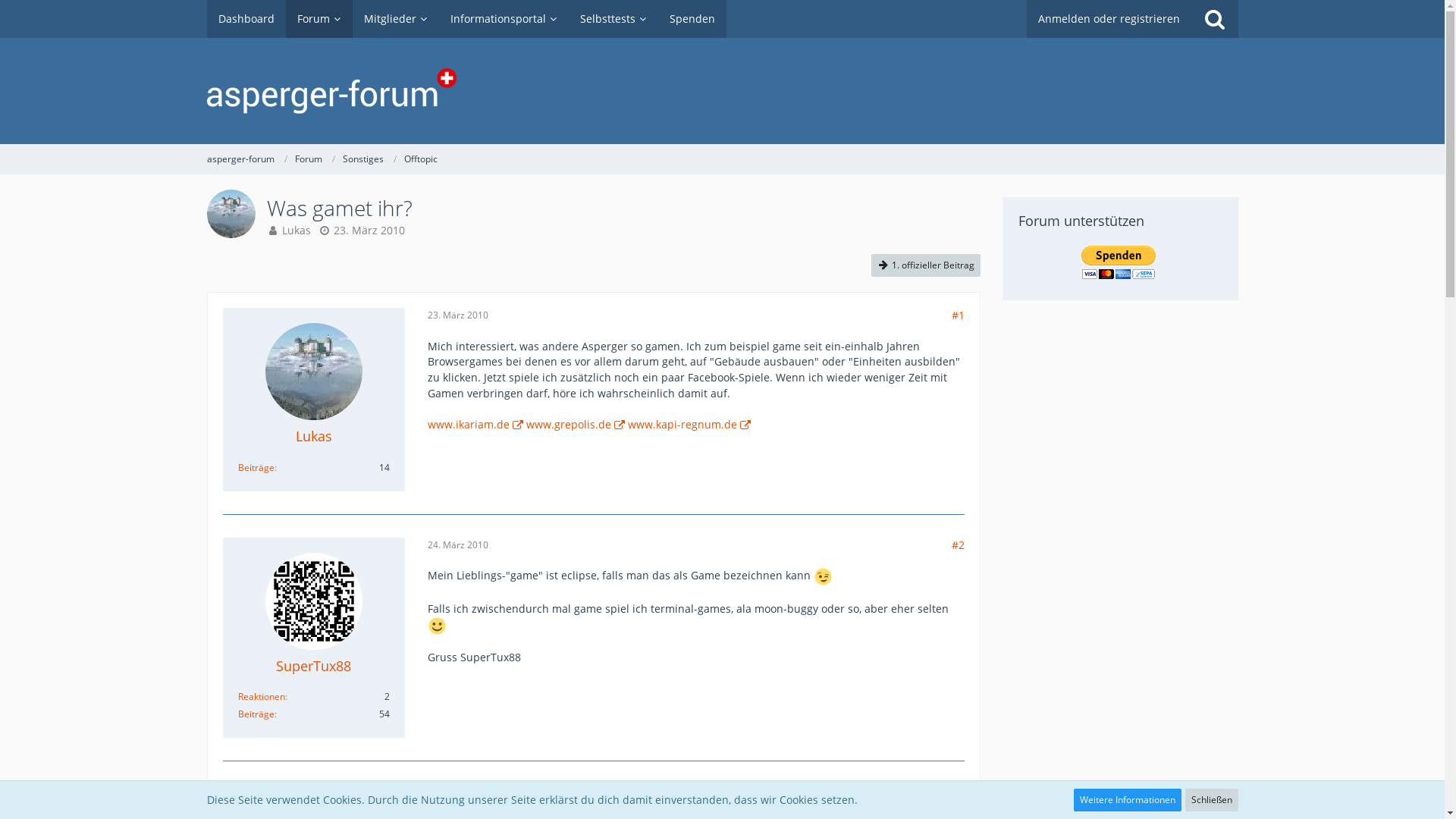 The image size is (1456, 819). I want to click on '1. offizieller Beitrag', so click(924, 265).